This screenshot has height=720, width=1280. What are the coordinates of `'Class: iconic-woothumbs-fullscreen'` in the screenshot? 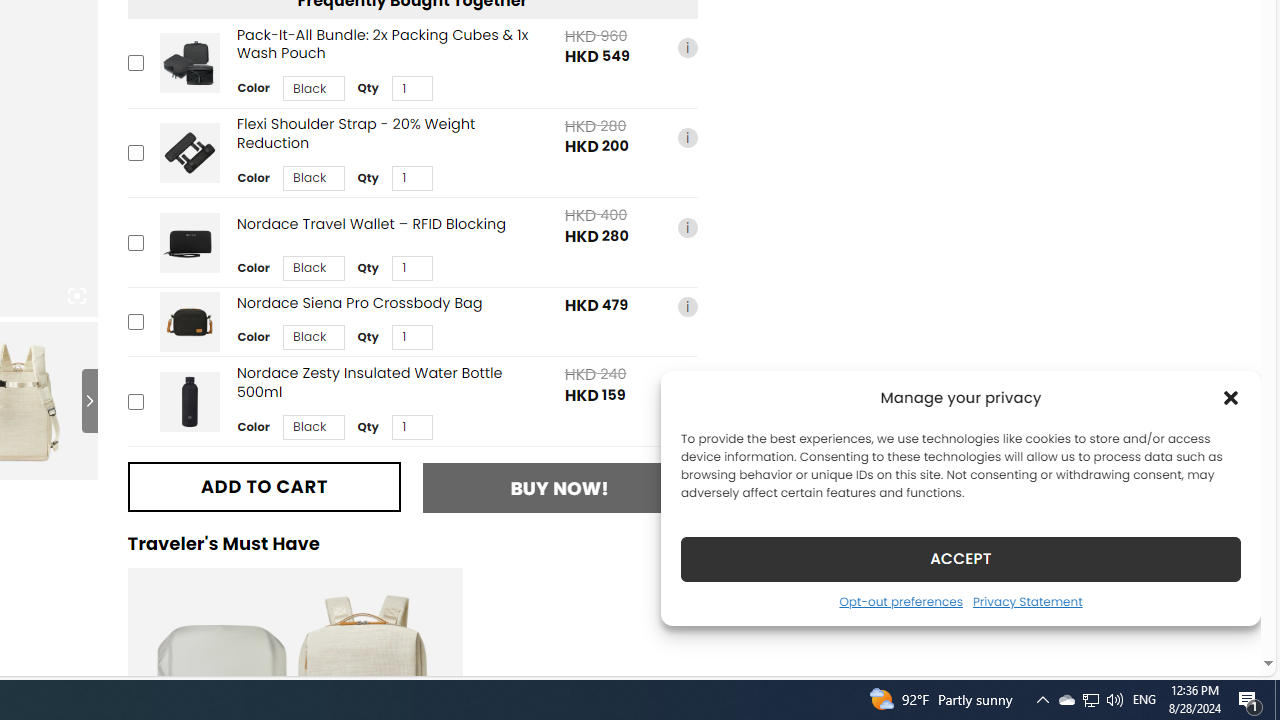 It's located at (76, 296).